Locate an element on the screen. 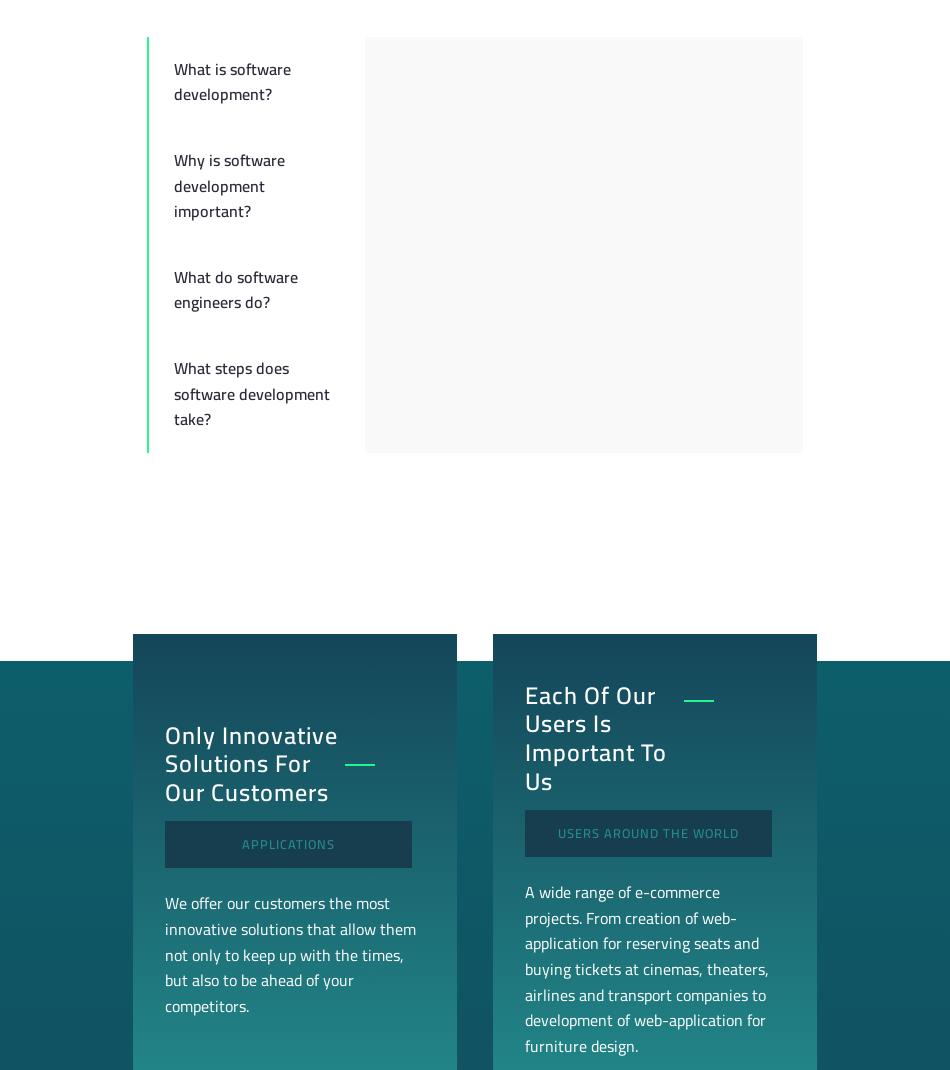 Image resolution: width=950 pixels, height=1070 pixels. 'What do software engineers do?' is located at coordinates (235, 289).